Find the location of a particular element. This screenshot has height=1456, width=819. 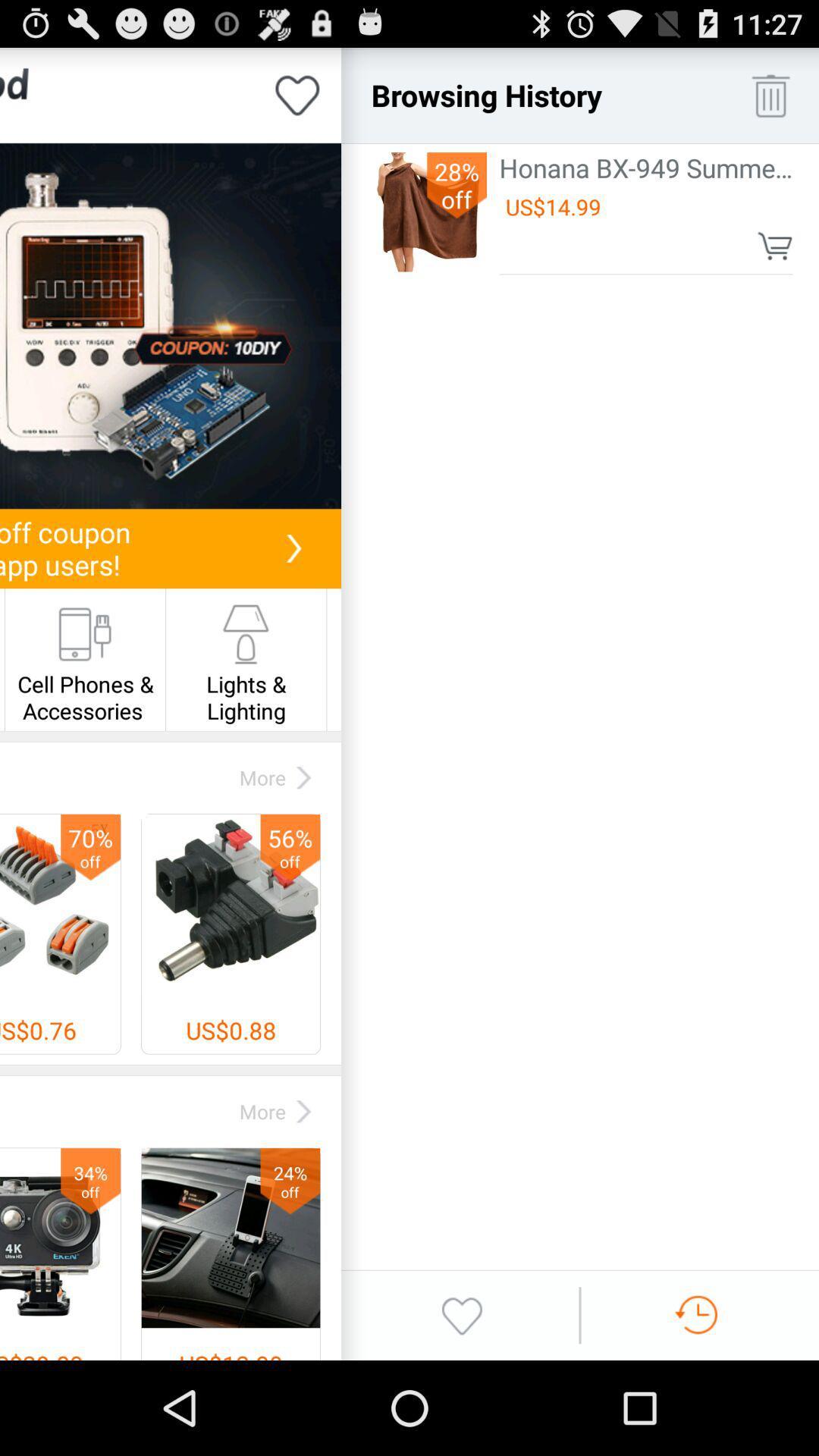

the icon next to the honana bx 949 is located at coordinates (427, 211).